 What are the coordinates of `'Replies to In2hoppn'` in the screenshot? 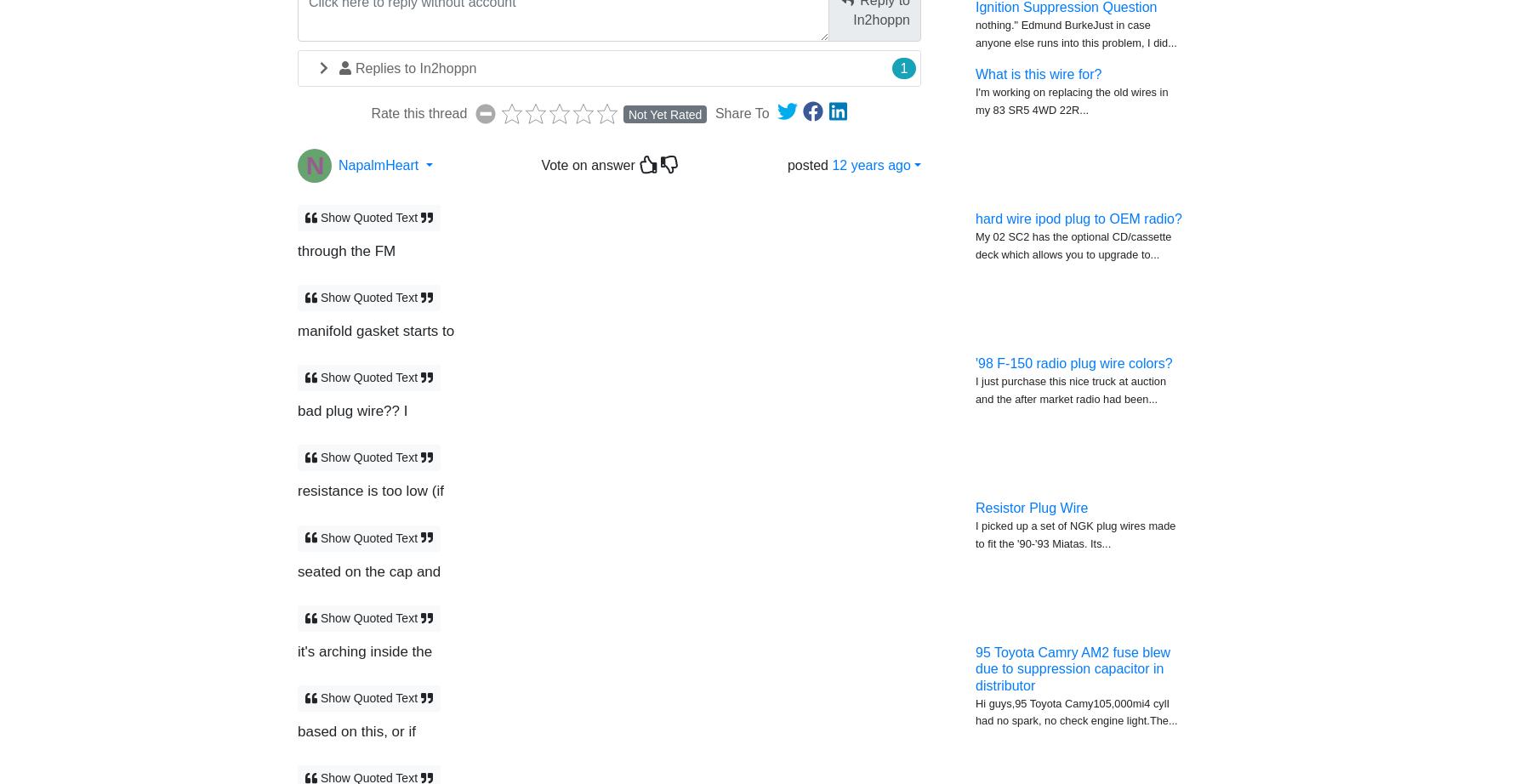 It's located at (415, 67).